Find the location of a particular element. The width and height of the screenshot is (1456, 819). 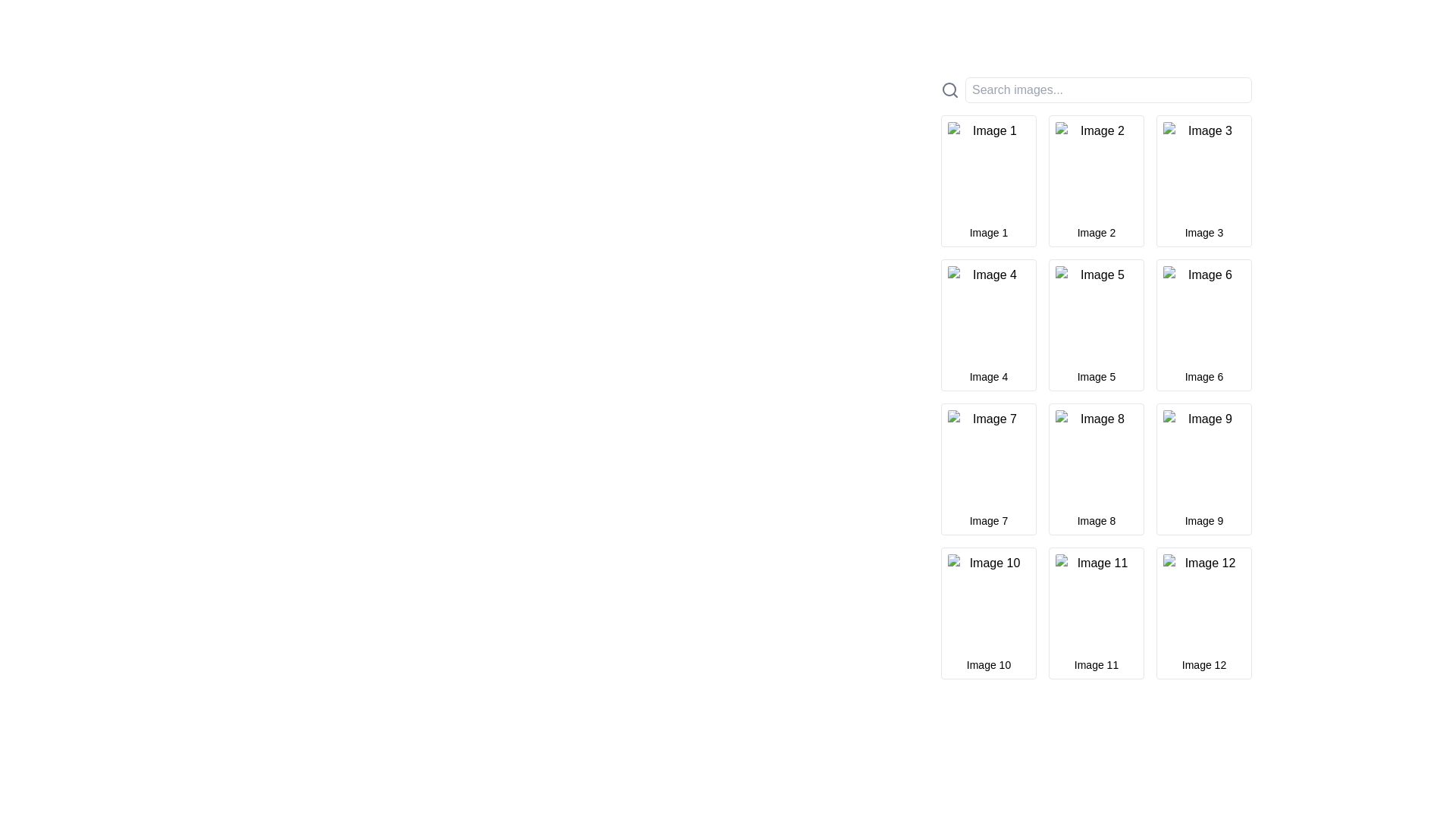

the text label displaying 'Image 9', which is centered below an image thumbnail in the third column and third row of the grid structure is located at coordinates (1203, 519).